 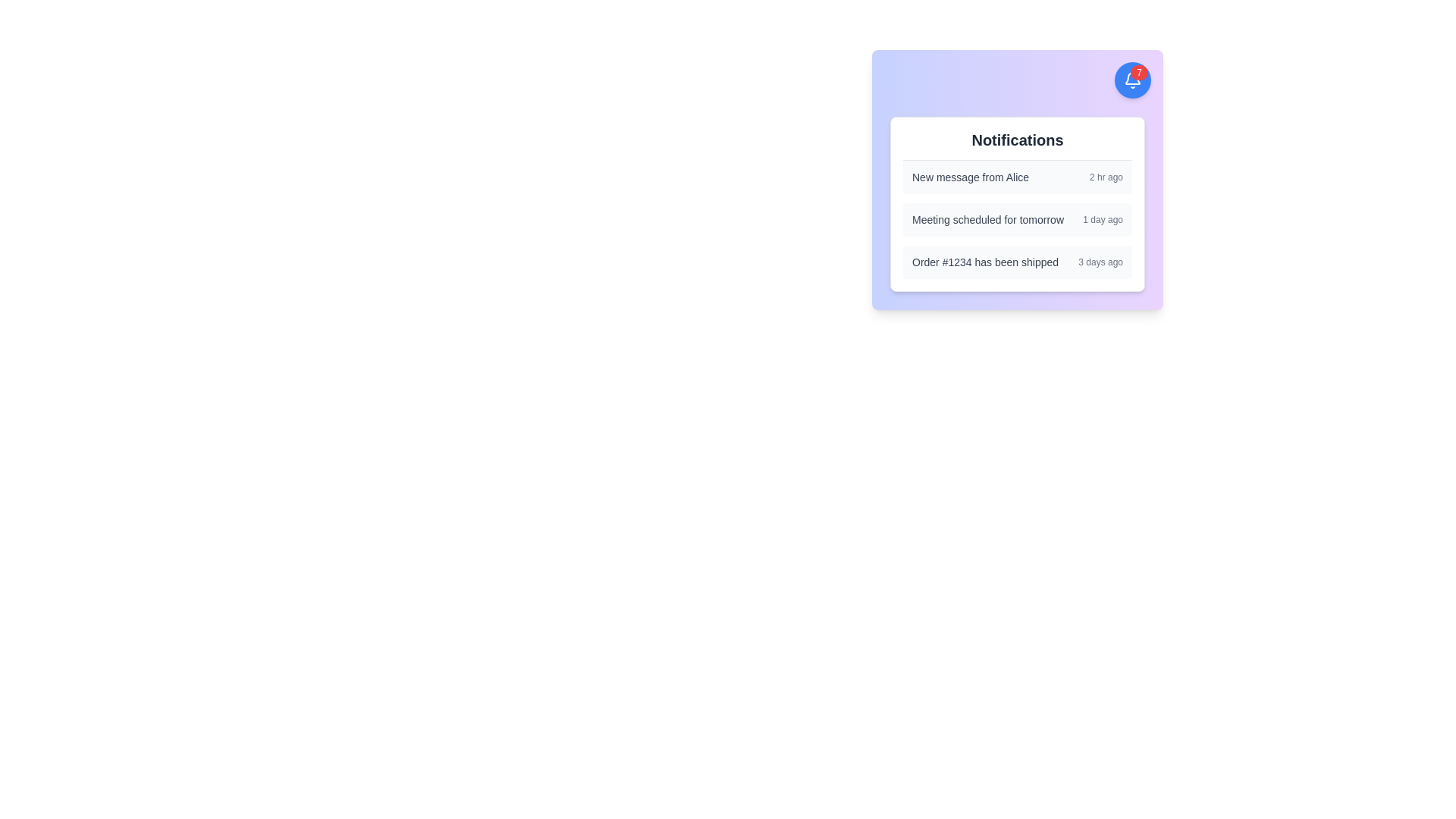 I want to click on the first notification card, so click(x=1018, y=177).